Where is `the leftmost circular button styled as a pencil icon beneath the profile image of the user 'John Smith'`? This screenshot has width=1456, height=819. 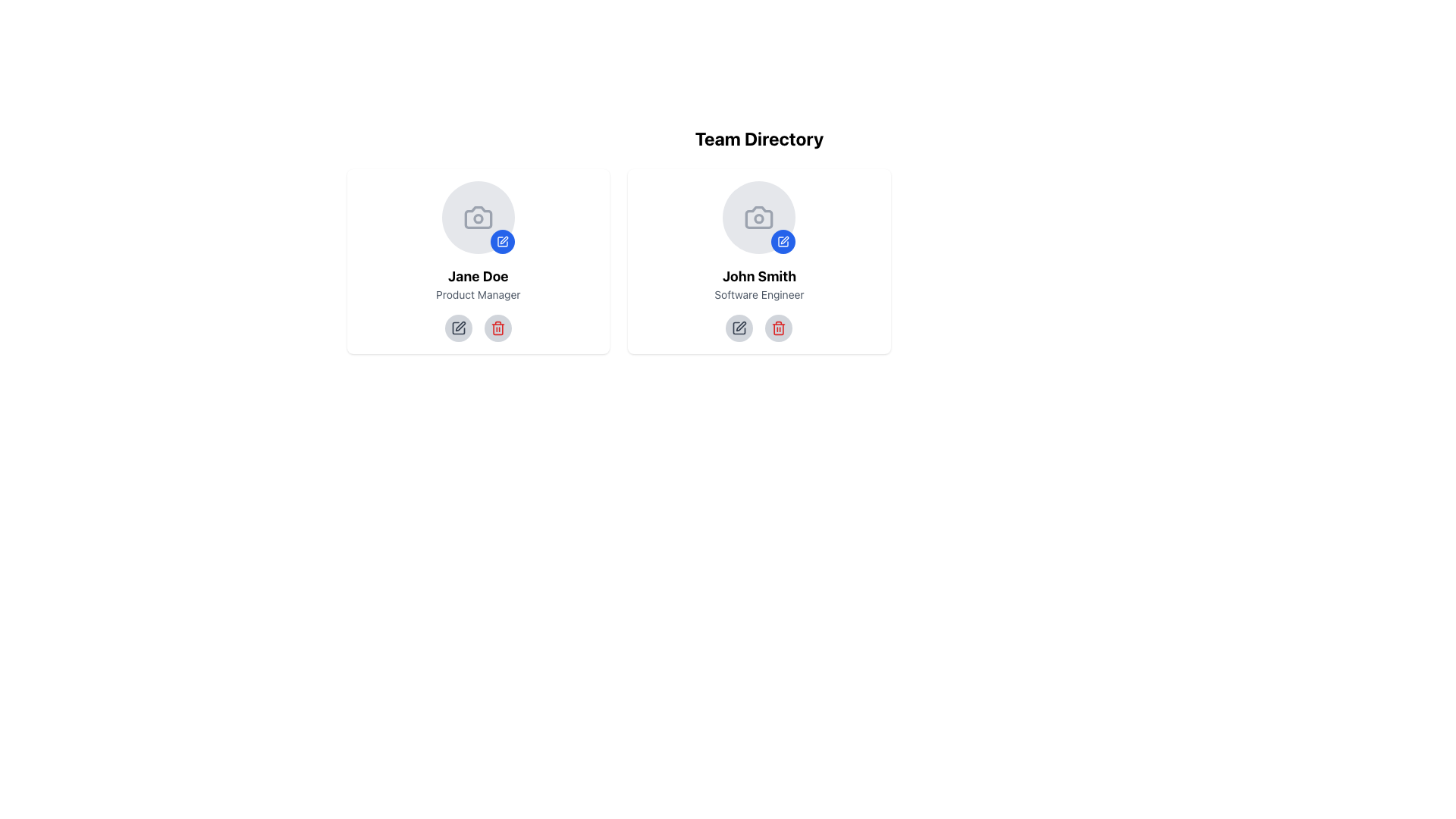 the leftmost circular button styled as a pencil icon beneath the profile image of the user 'John Smith' is located at coordinates (739, 327).